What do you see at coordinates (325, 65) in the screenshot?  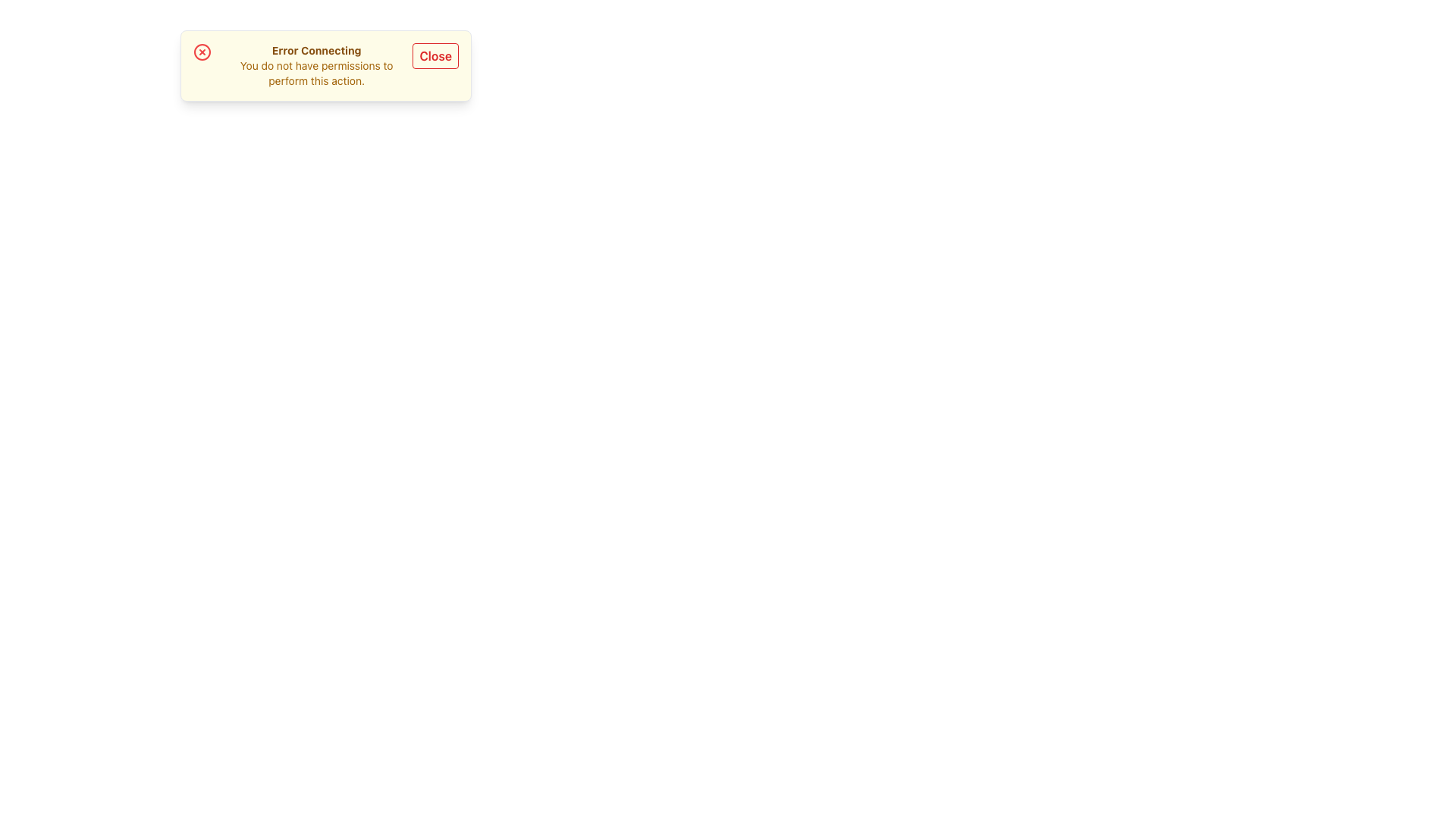 I see `error message from the Notification Panel titled 'Error Connecting' which has a light yellow background and a red-bordered 'Close' button` at bounding box center [325, 65].